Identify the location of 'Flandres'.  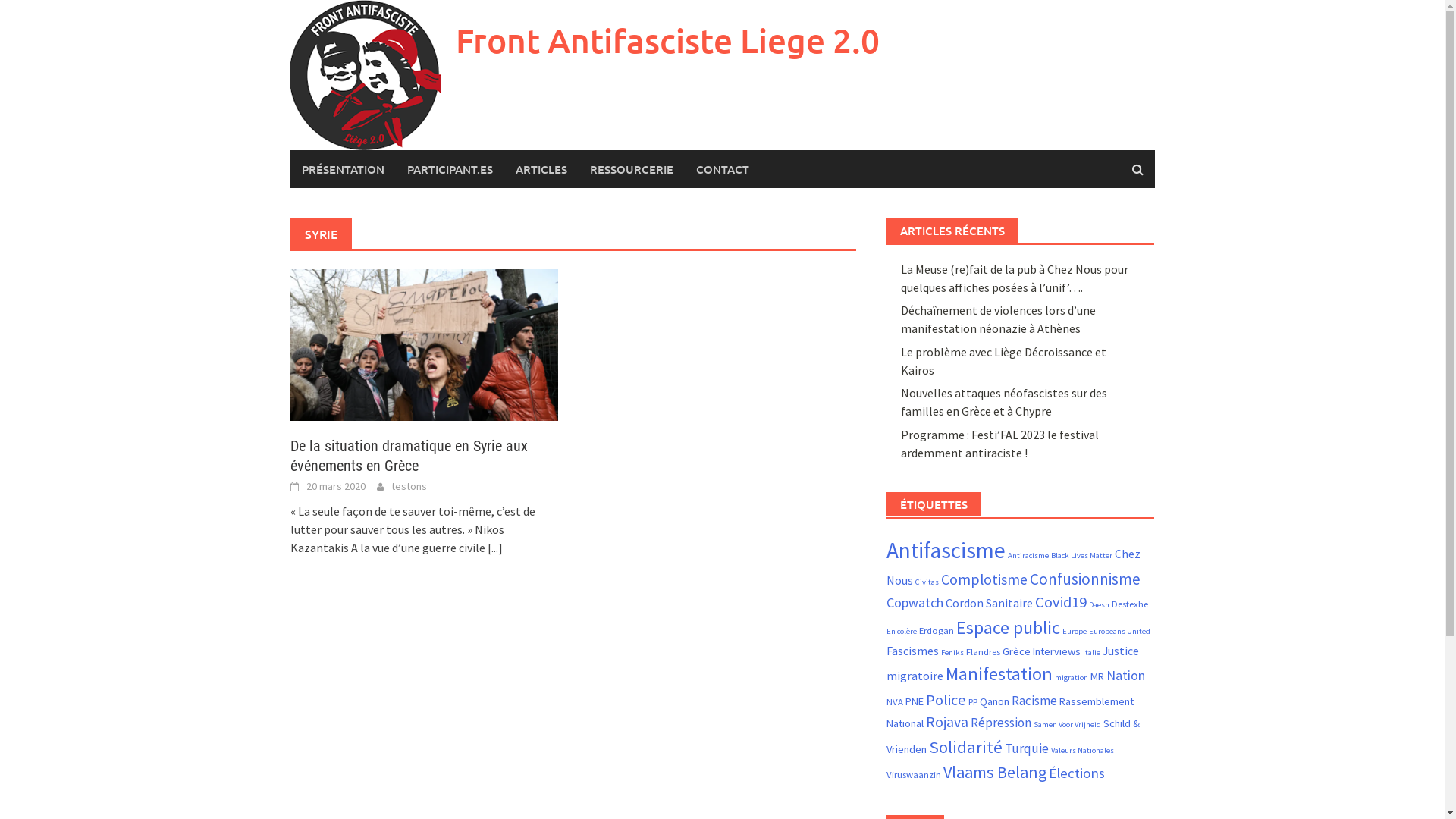
(965, 651).